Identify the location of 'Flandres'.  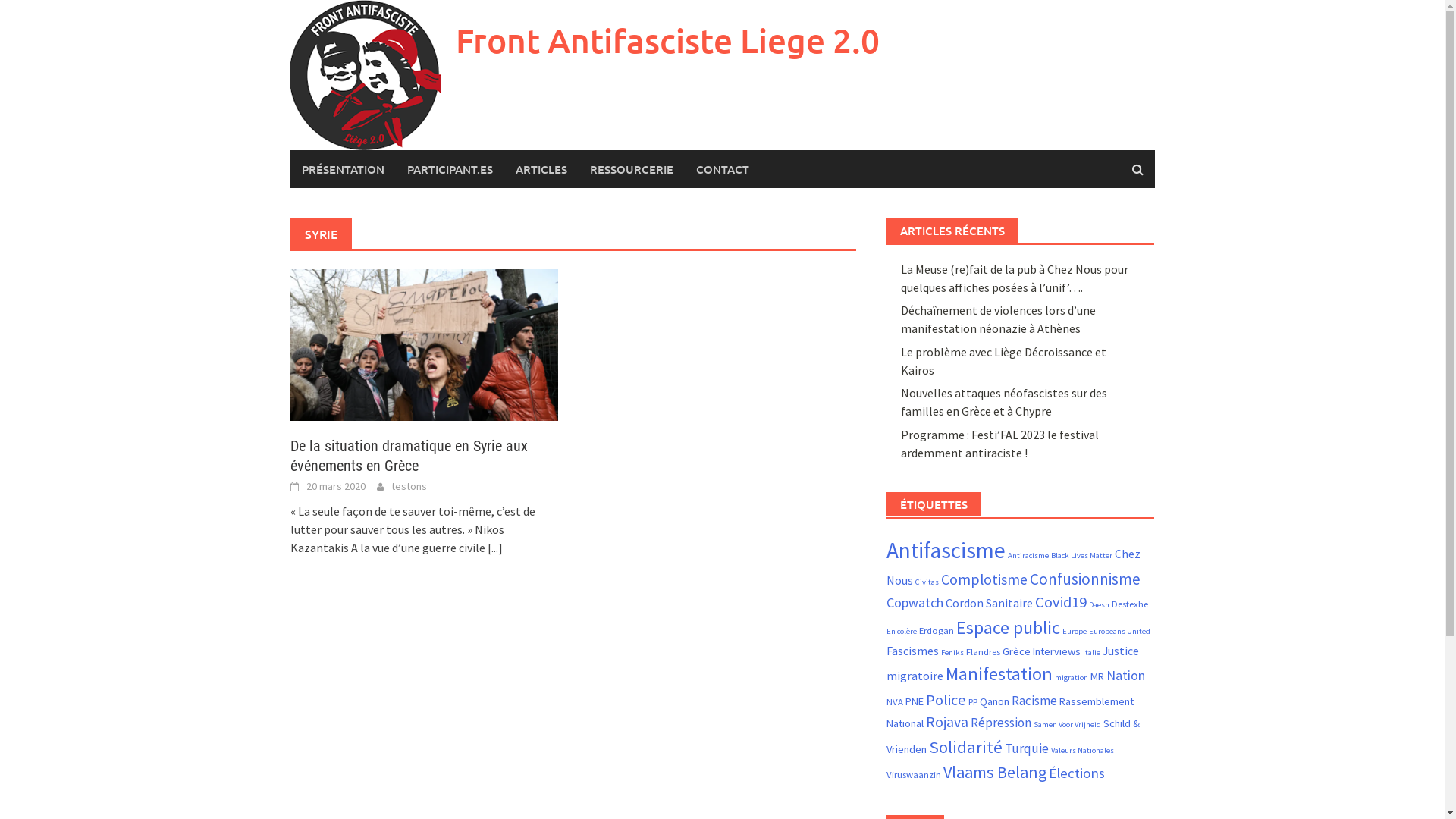
(965, 651).